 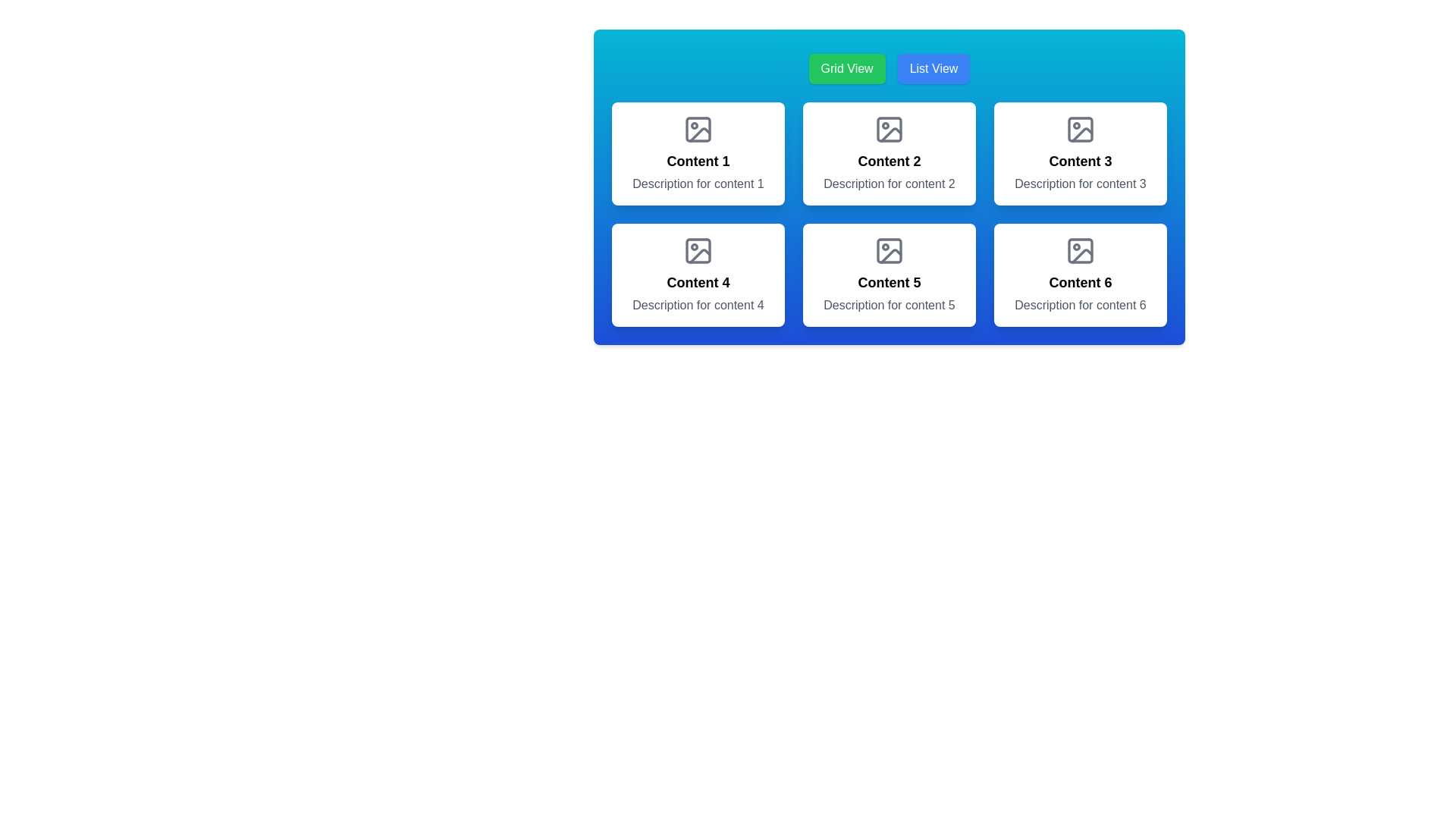 I want to click on the image placeholder icon located in the sixth grid item labeled 'Content 6 Description for content 6', so click(x=1080, y=250).